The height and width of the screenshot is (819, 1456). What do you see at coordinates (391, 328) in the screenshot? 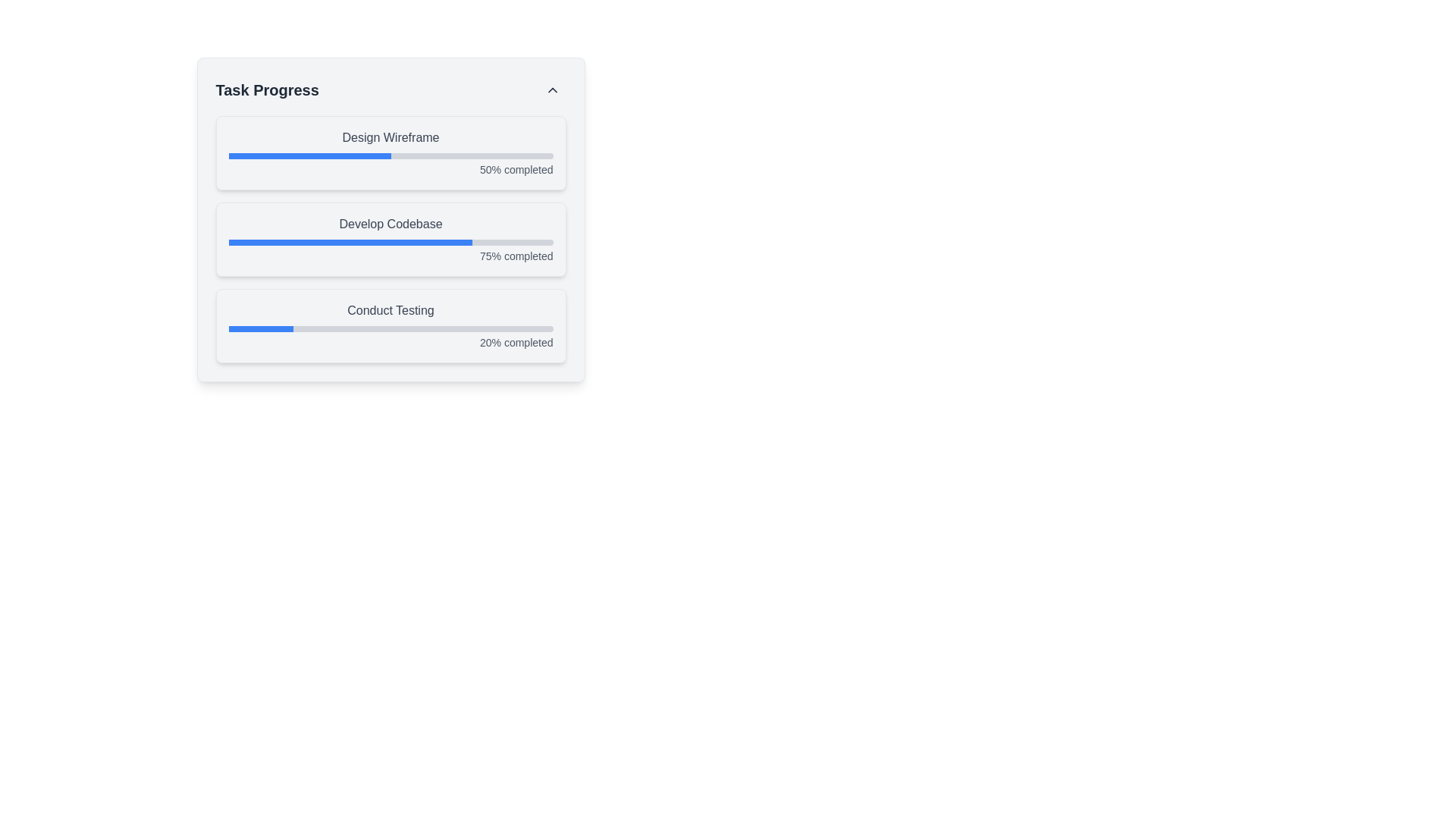
I see `the Progress Bar indicating 20% completion of the 'Conduct Testing' task, located below the title 'Conduct Testing' and above the text '20% completed'` at bounding box center [391, 328].